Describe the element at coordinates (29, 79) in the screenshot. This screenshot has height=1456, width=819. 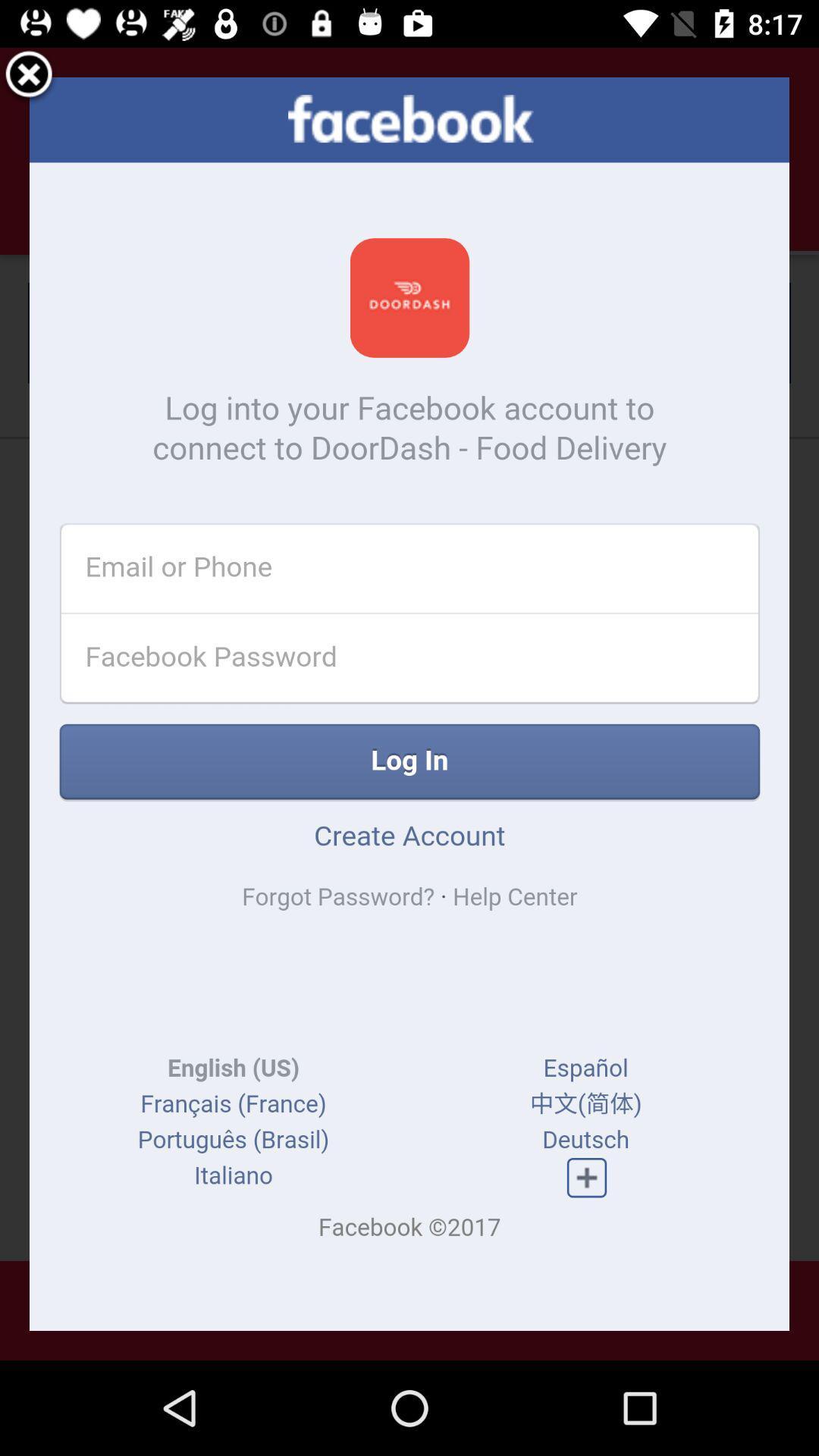
I see `the close icon` at that location.